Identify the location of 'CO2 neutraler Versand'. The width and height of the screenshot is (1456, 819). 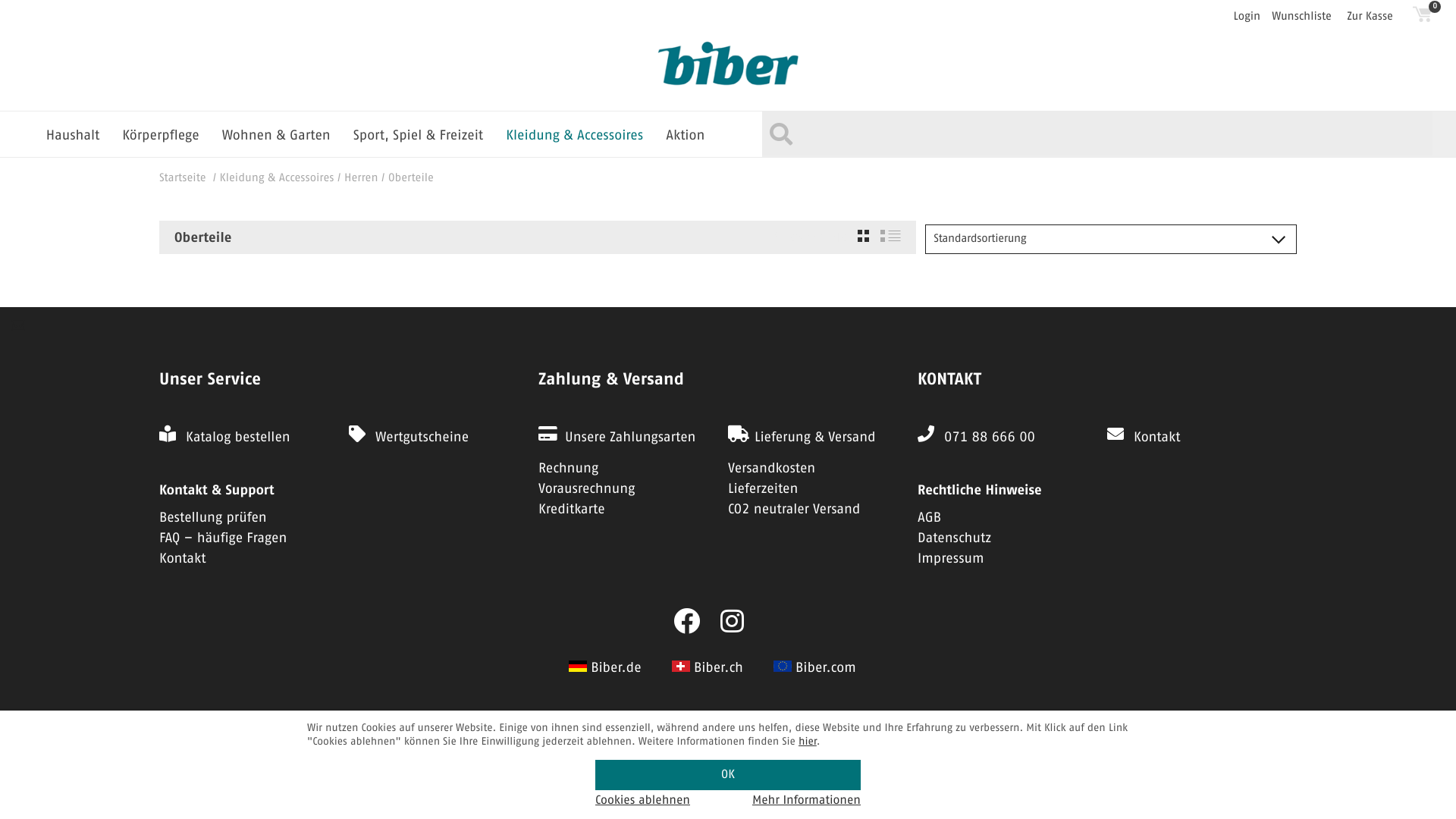
(792, 509).